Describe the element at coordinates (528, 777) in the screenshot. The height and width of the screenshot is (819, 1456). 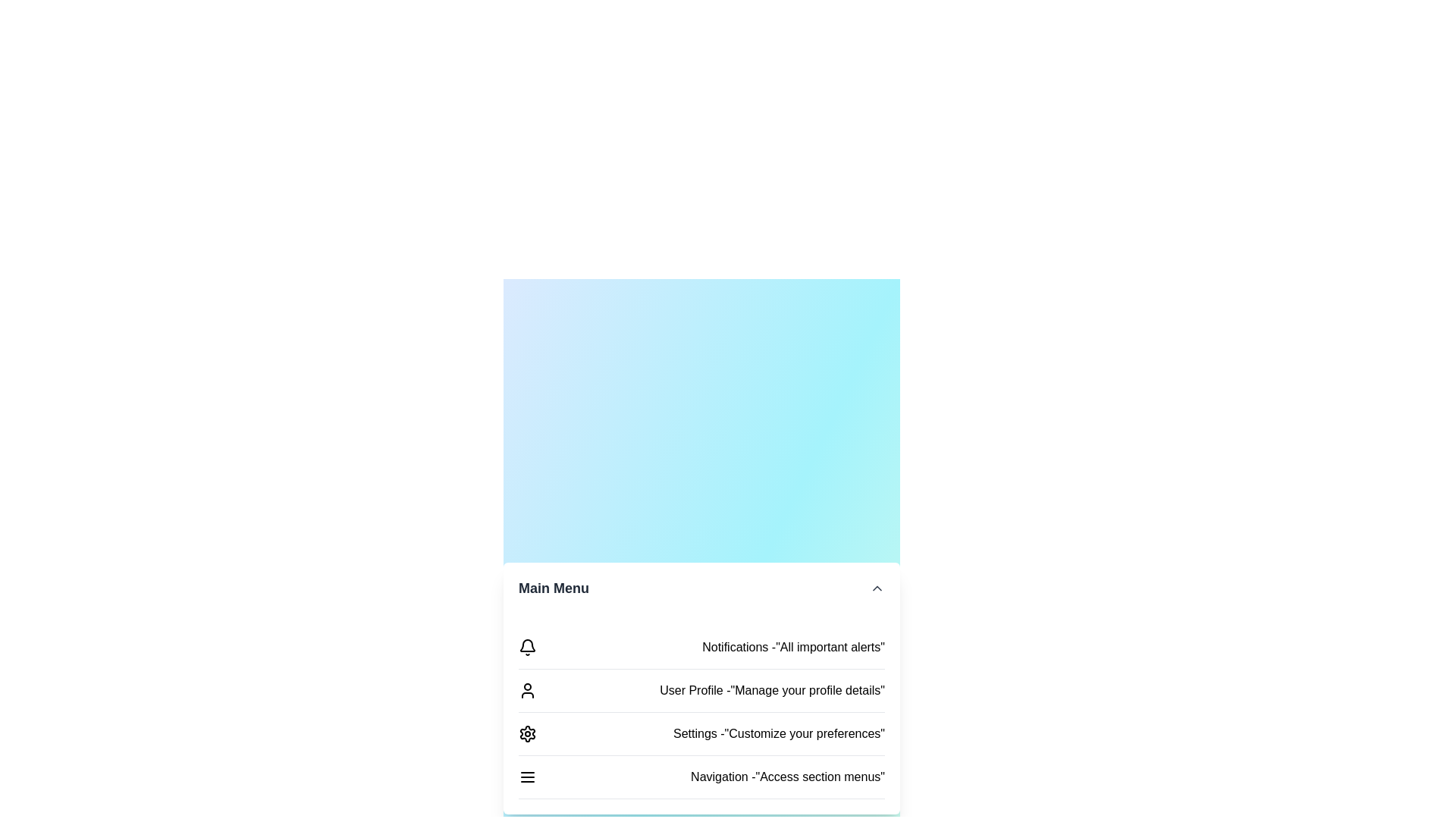
I see `the menu item labeled Navigation to select it` at that location.